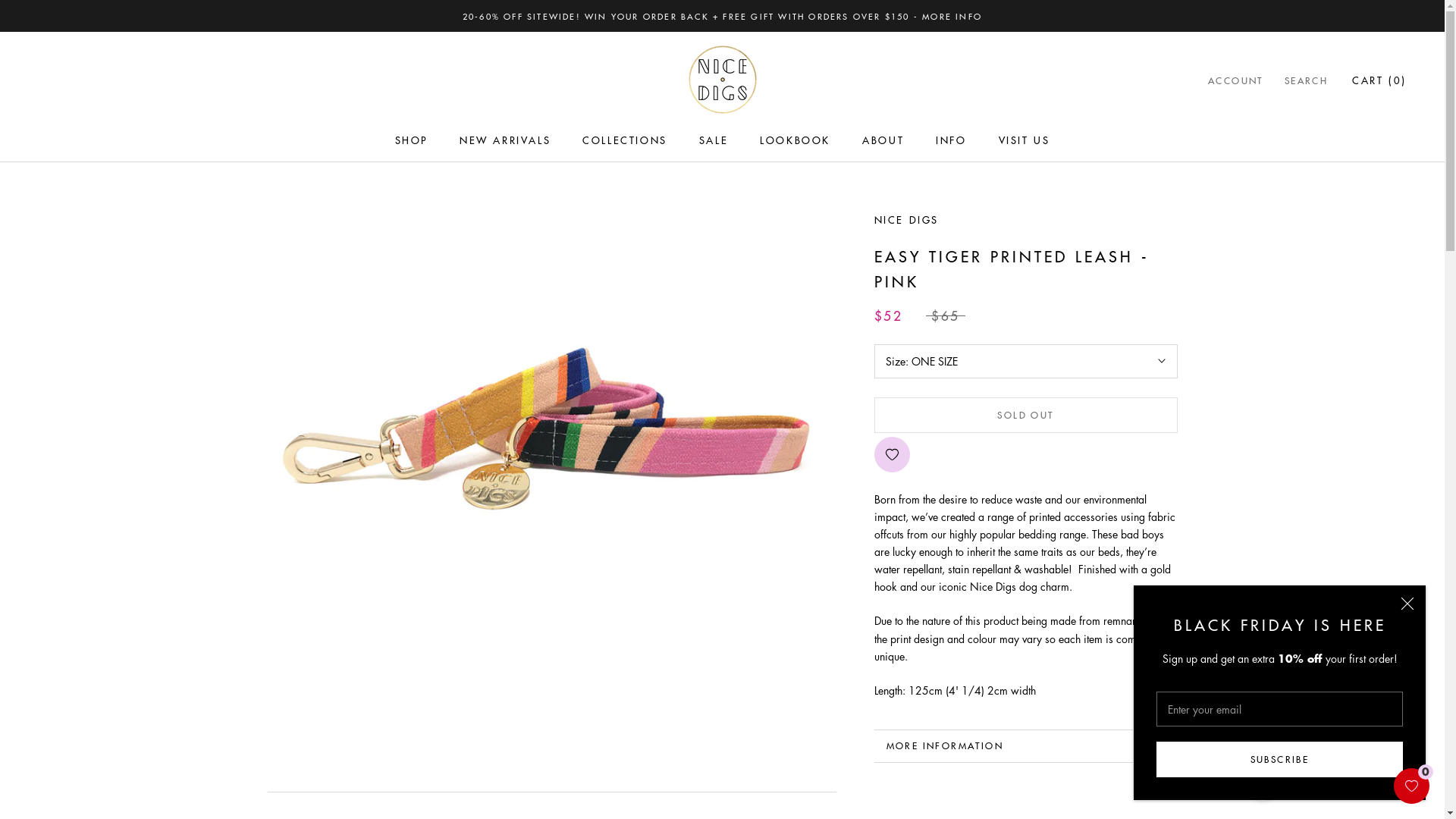  Describe the element at coordinates (1025, 745) in the screenshot. I see `'MORE INFORMATION'` at that location.